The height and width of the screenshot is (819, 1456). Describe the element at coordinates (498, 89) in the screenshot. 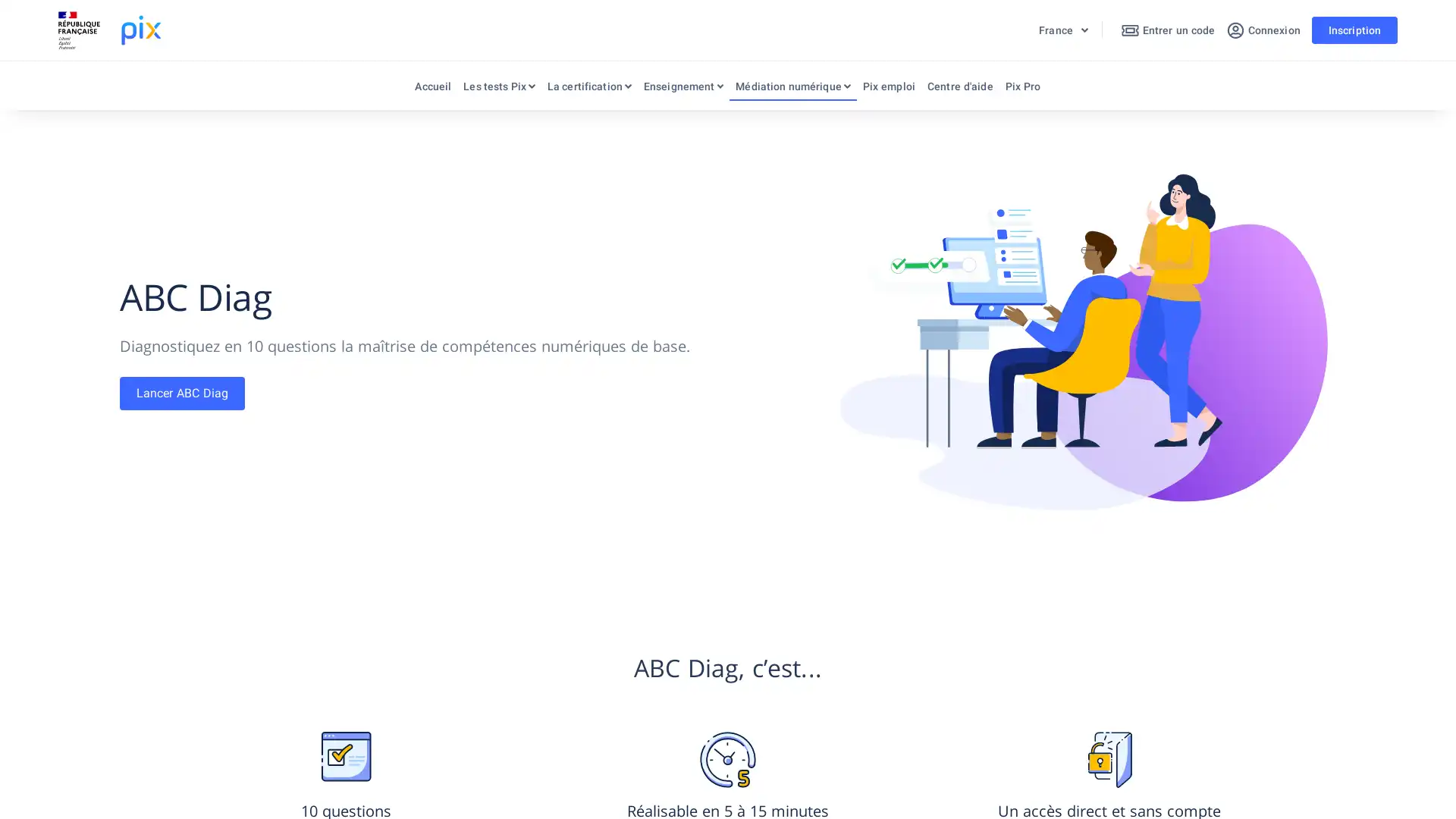

I see `Les tests Pix` at that location.